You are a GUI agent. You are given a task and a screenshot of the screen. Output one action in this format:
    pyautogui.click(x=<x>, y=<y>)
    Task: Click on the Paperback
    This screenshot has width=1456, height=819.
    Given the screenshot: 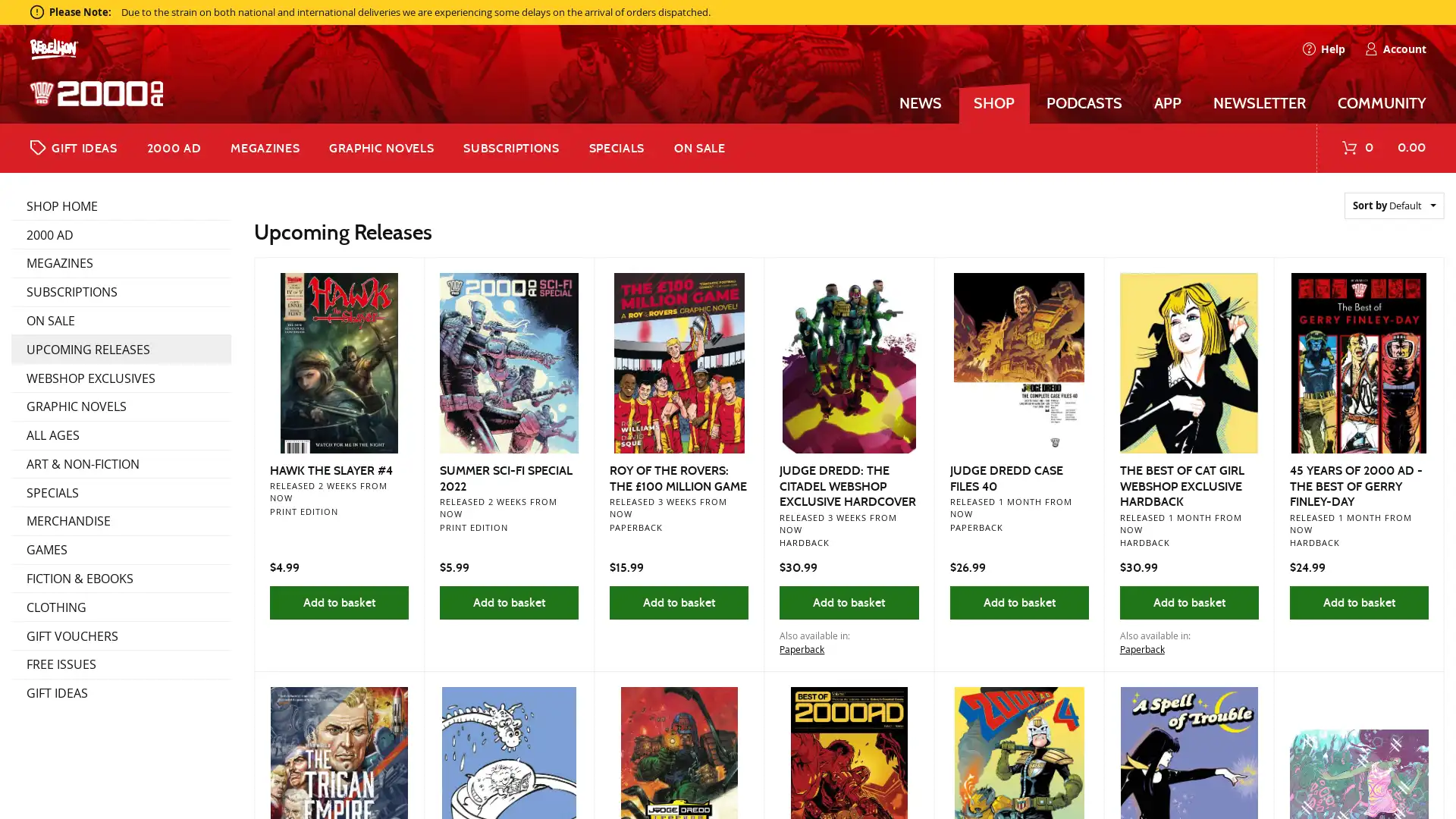 What is the action you would take?
    pyautogui.click(x=1141, y=648)
    